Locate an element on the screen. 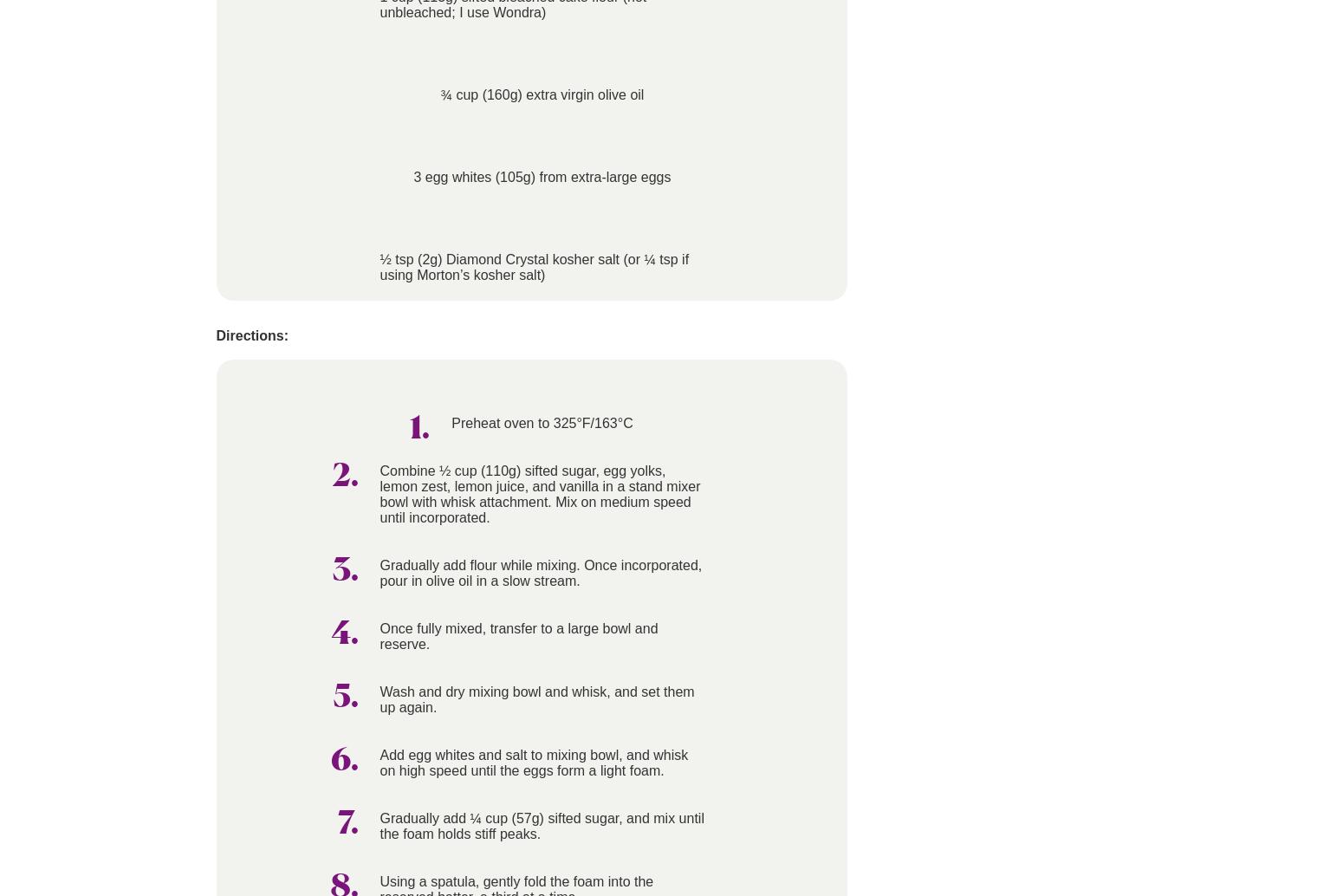  '½ tsp (2g) Diamond Crystal kosher salt (or ¼ tsp if using Morton’s kosher salt)' is located at coordinates (534, 266).